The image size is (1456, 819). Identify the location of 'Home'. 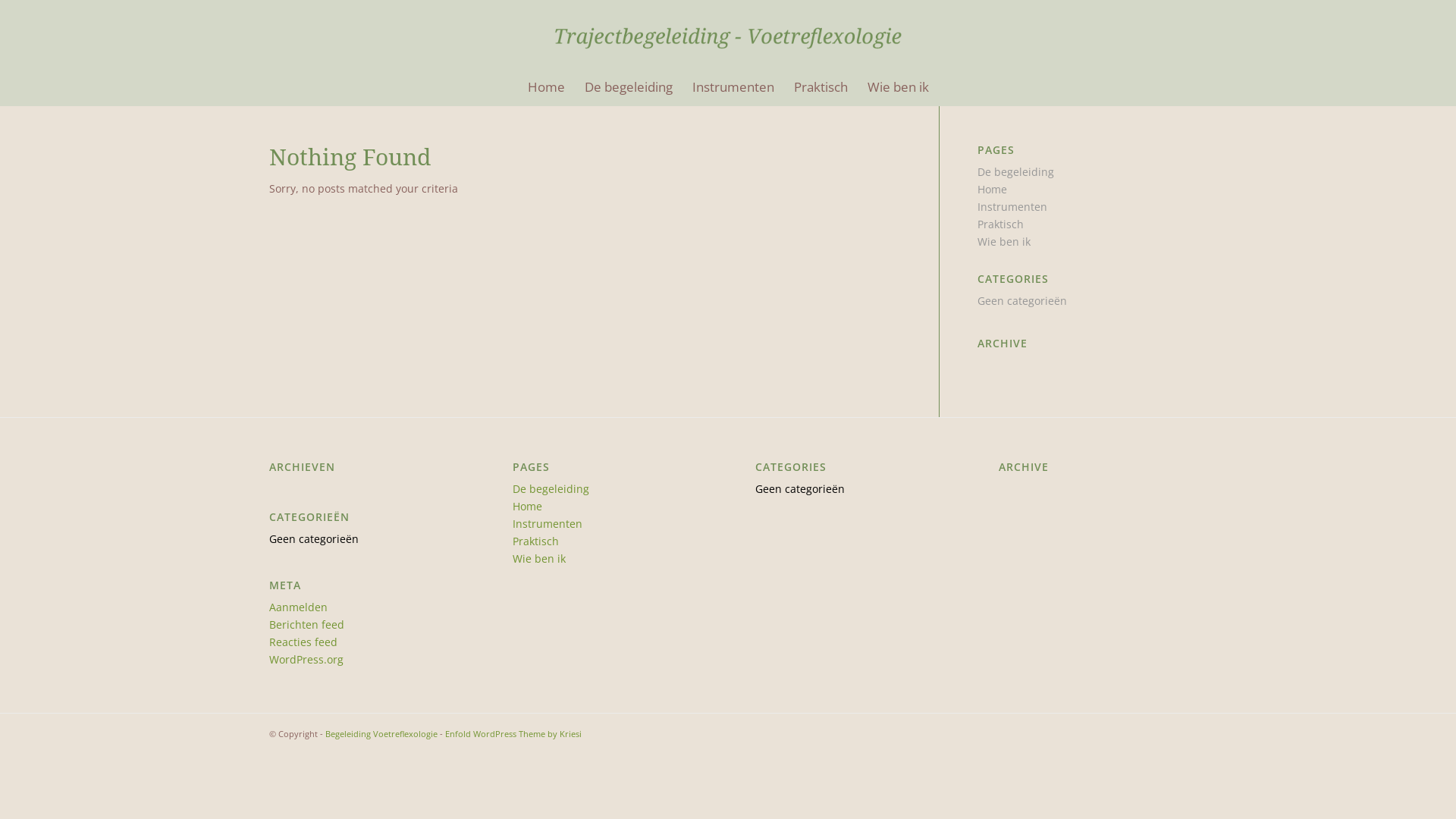
(513, 506).